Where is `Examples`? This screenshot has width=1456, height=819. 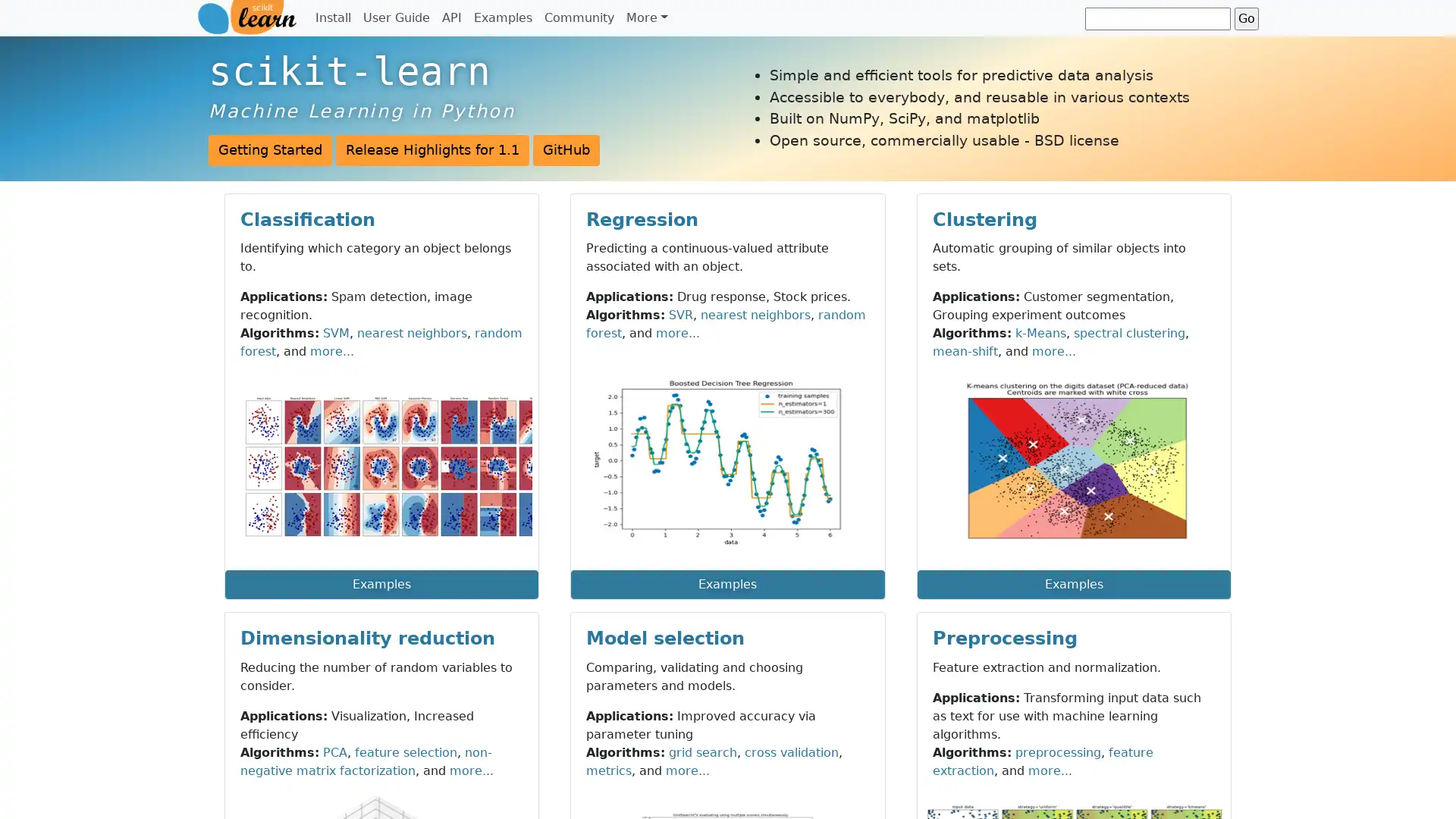 Examples is located at coordinates (726, 584).